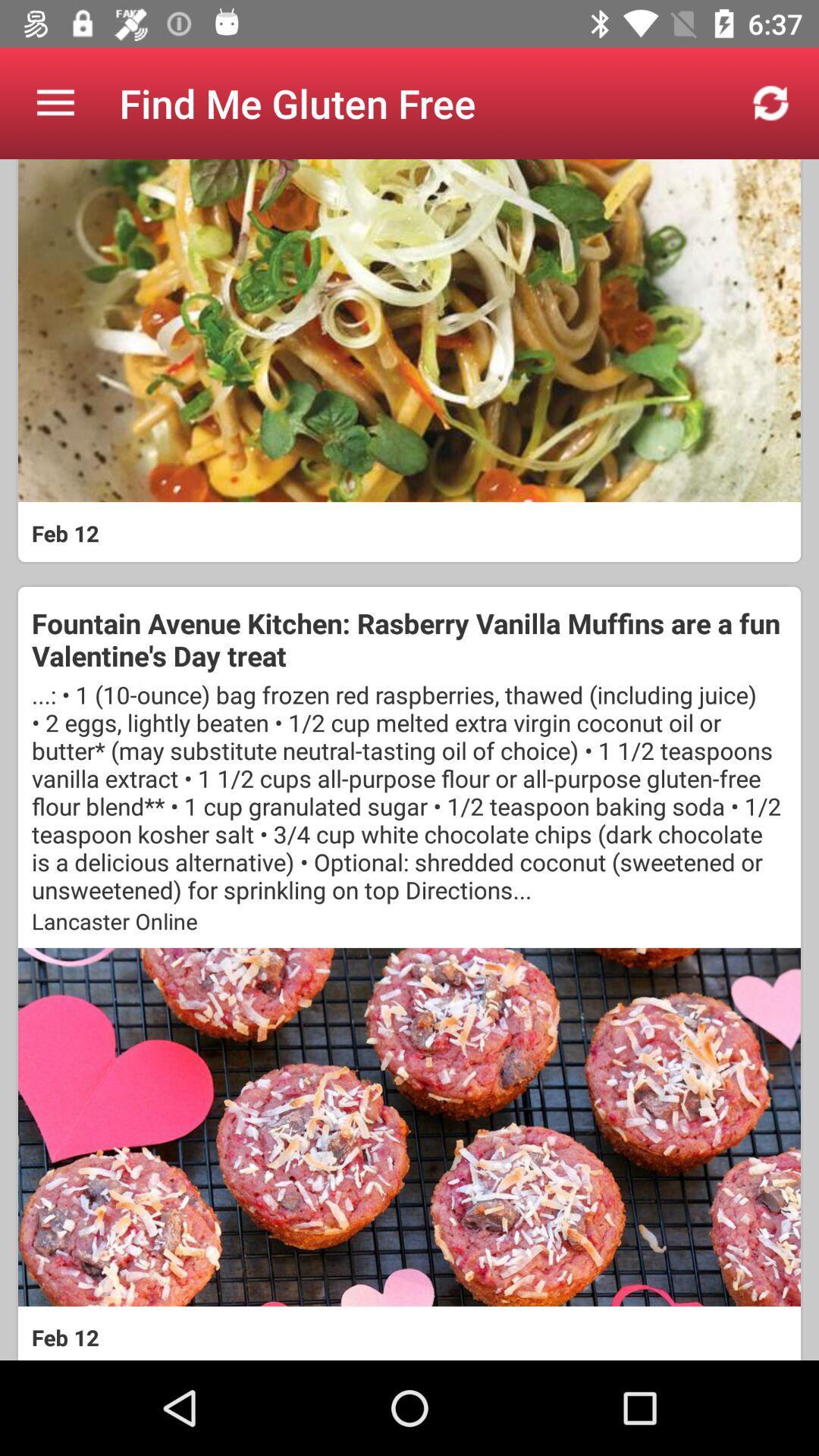 The height and width of the screenshot is (1456, 819). I want to click on the item above lancaster online, so click(409, 791).